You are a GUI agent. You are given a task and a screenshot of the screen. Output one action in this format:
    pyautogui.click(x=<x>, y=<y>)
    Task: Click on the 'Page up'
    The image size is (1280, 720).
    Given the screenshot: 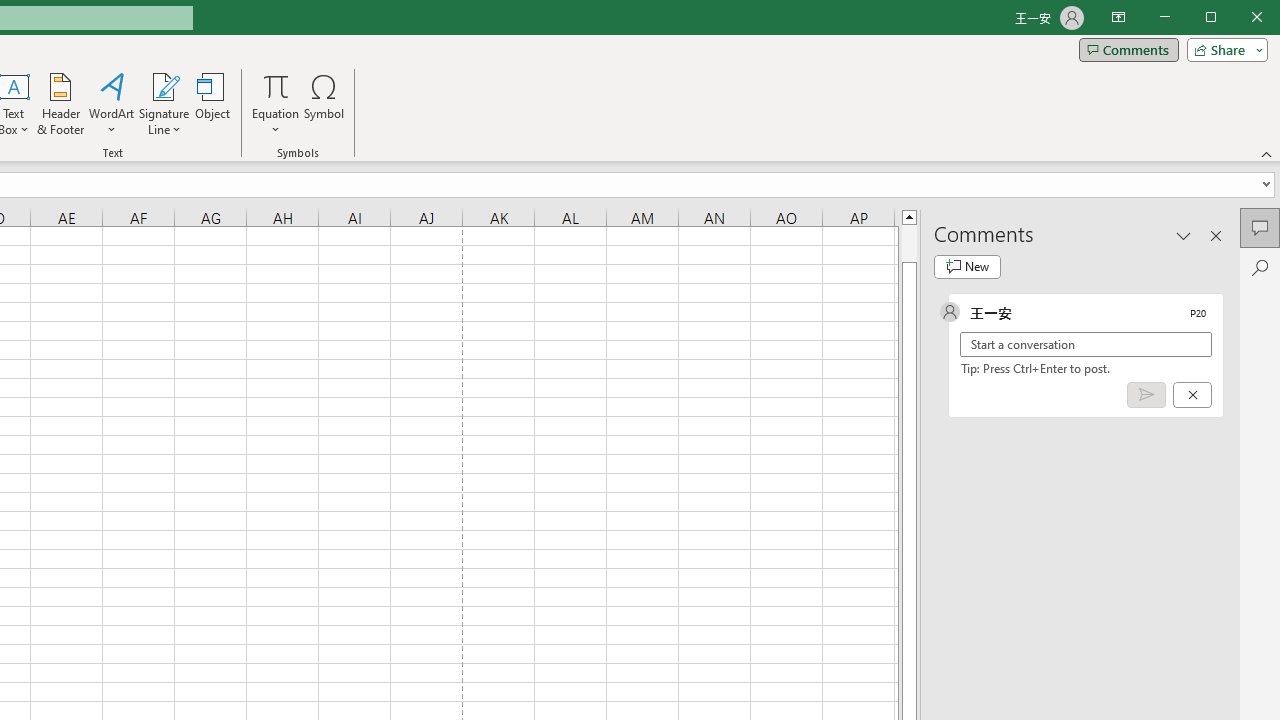 What is the action you would take?
    pyautogui.click(x=908, y=242)
    